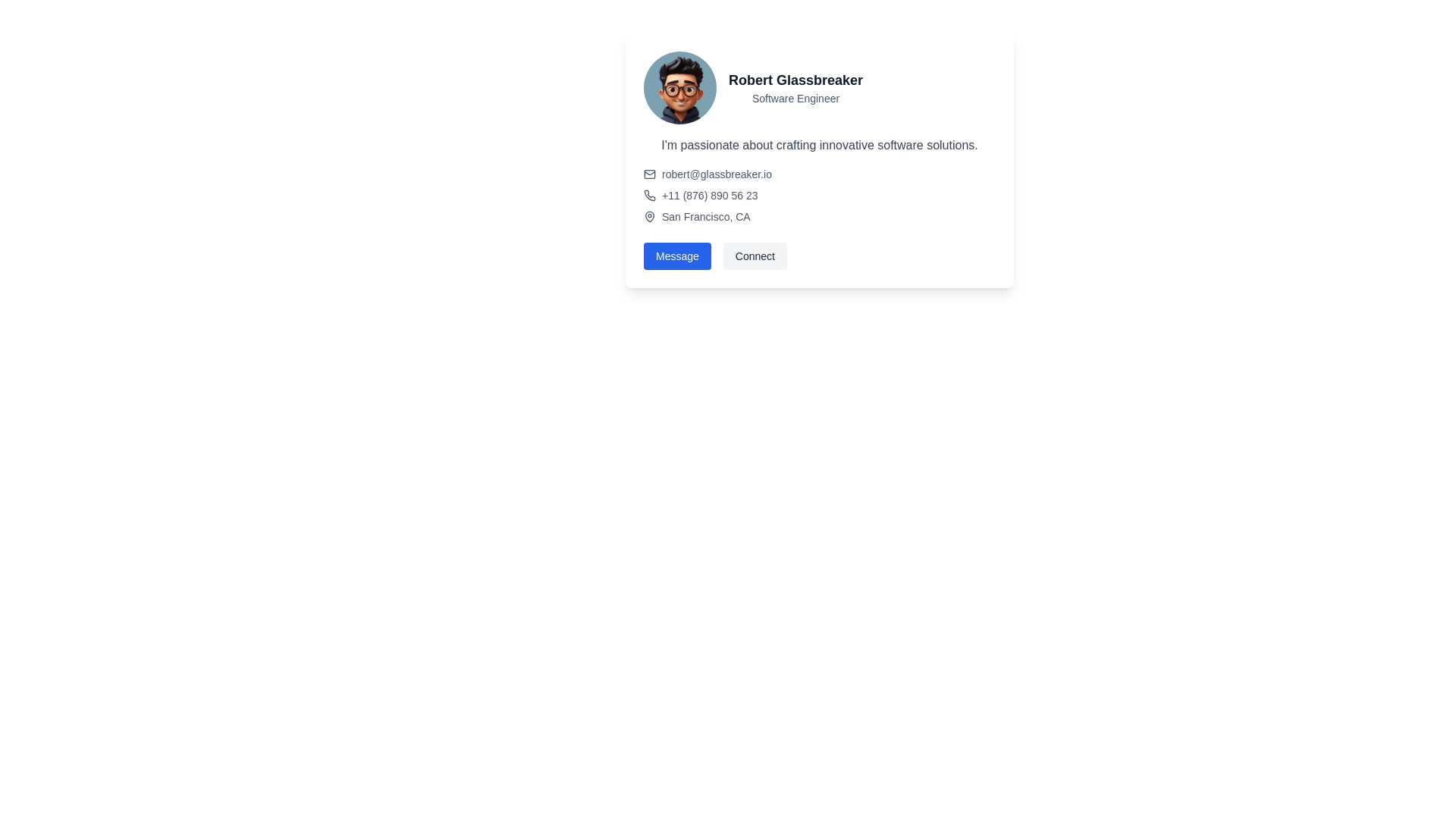 This screenshot has width=1456, height=819. What do you see at coordinates (676, 256) in the screenshot?
I see `the 'Message' button, which is a vibrant blue rectangular button with rounded corners, to trigger visual feedback like a color change` at bounding box center [676, 256].